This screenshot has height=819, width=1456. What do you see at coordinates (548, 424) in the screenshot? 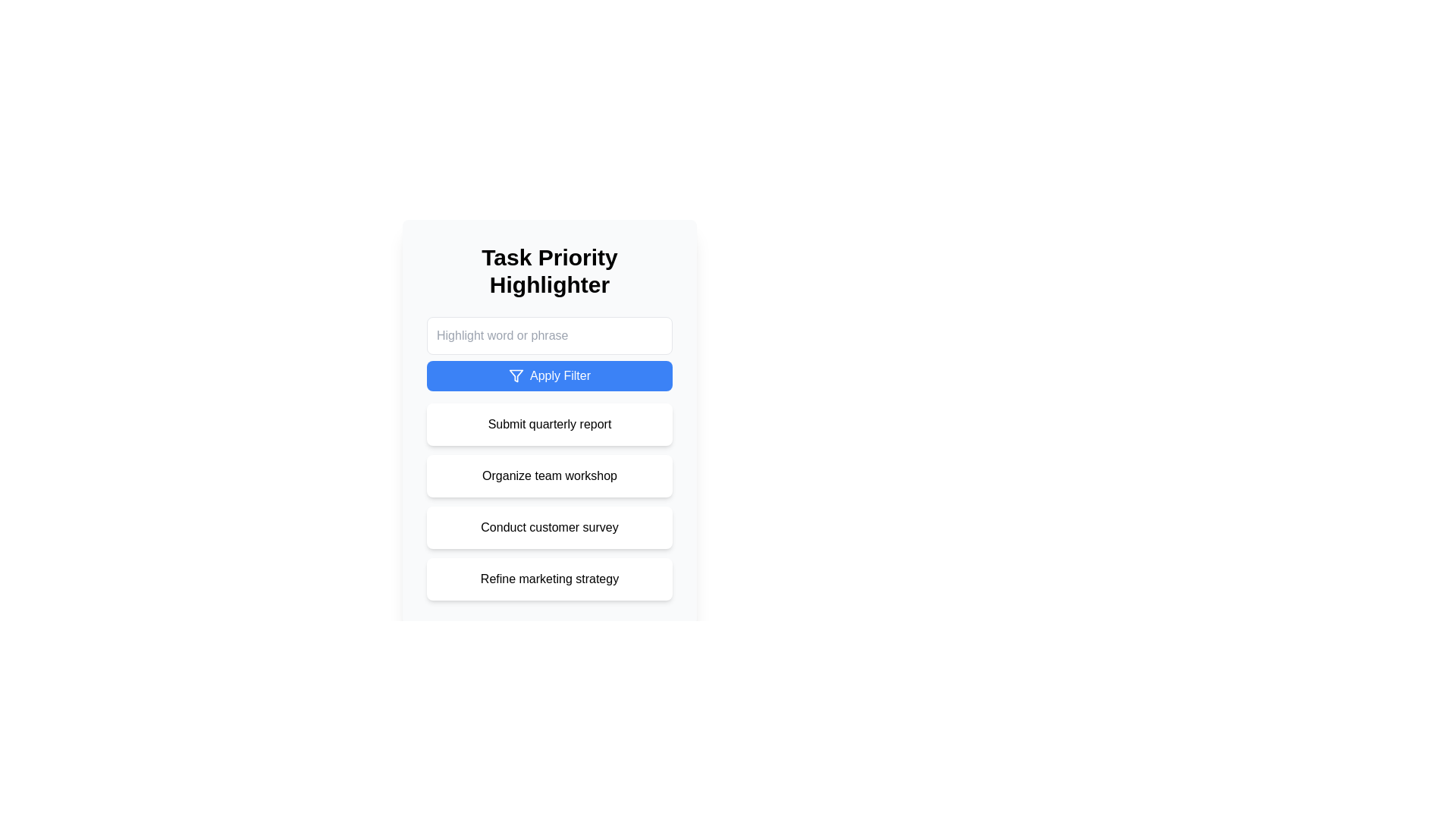
I see `the static text box displaying 'Submit quarterly report', which is the first item in a vertical list below the 'Apply Filter' button` at bounding box center [548, 424].